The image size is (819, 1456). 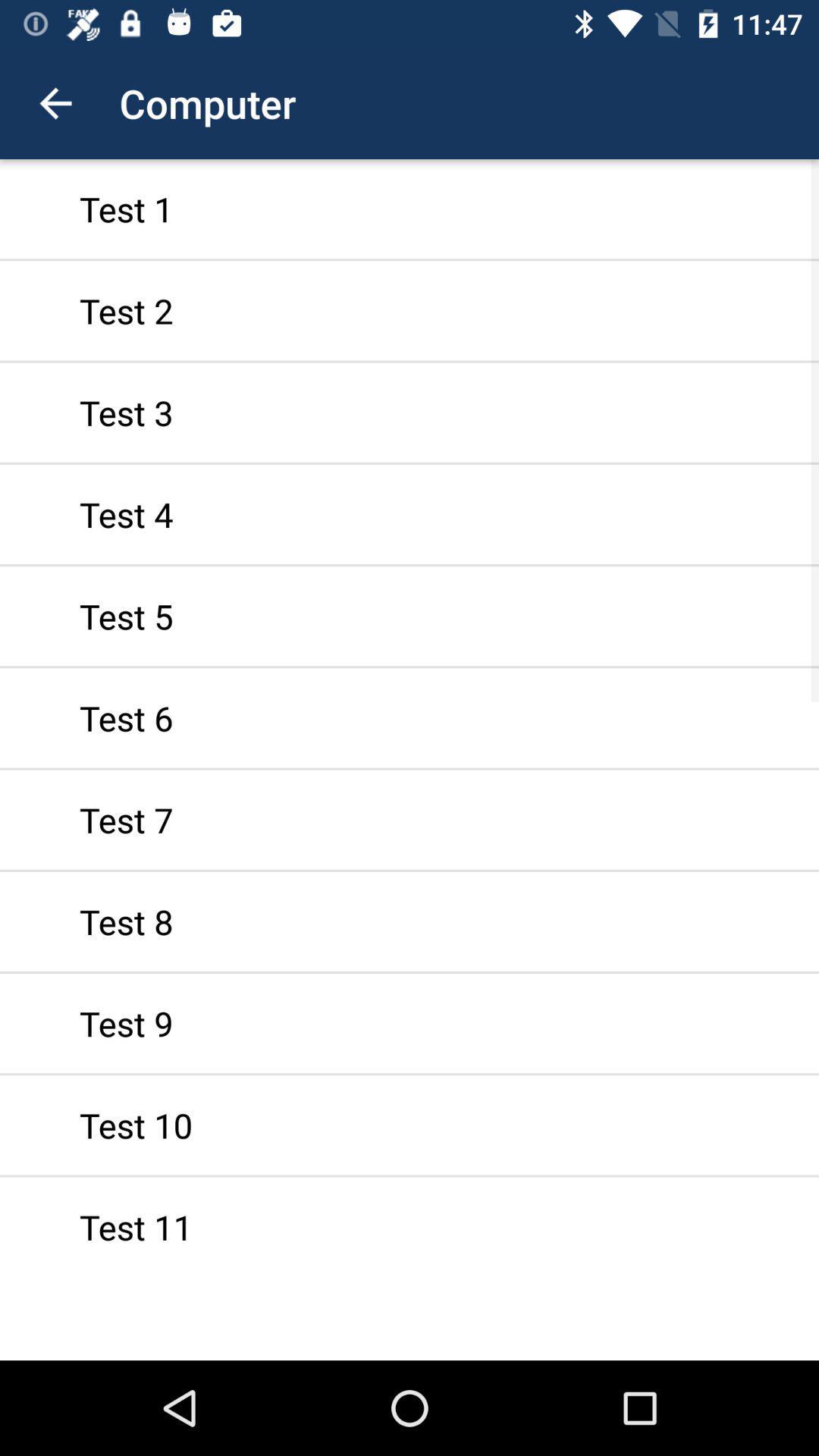 What do you see at coordinates (409, 309) in the screenshot?
I see `test 2 icon` at bounding box center [409, 309].